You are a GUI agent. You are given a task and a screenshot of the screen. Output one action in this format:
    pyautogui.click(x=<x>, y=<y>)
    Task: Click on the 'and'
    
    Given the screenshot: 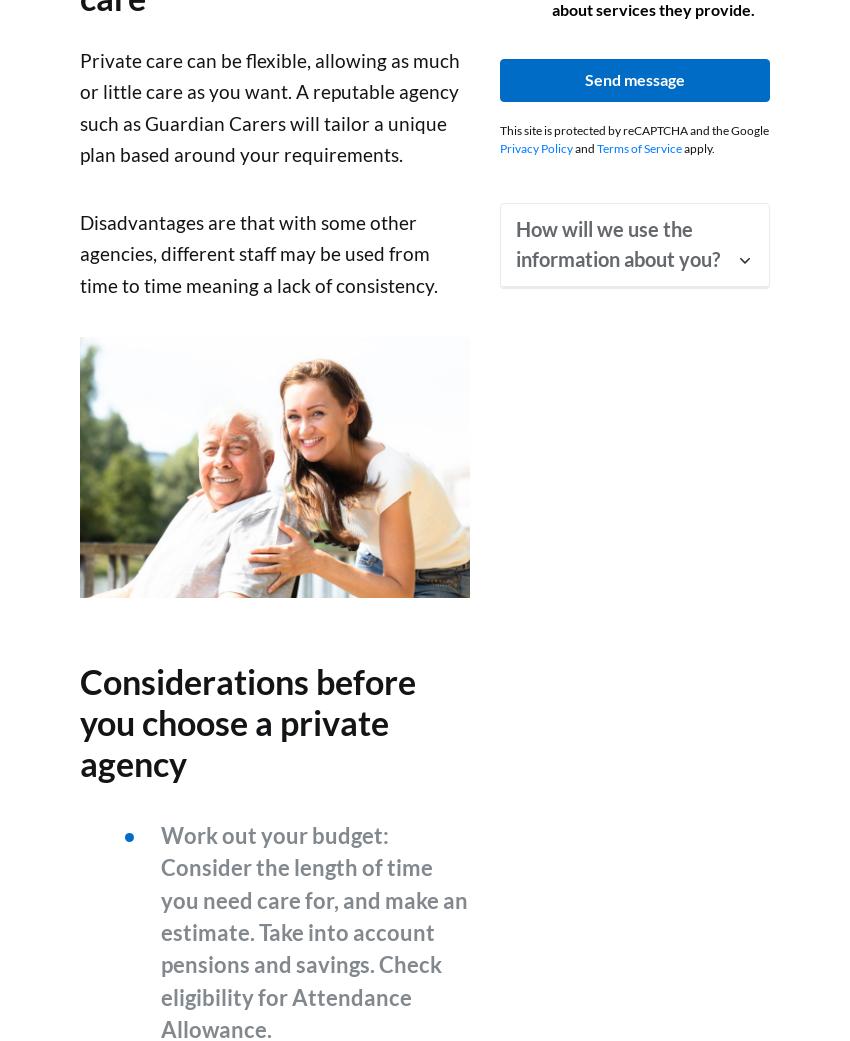 What is the action you would take?
    pyautogui.click(x=584, y=147)
    